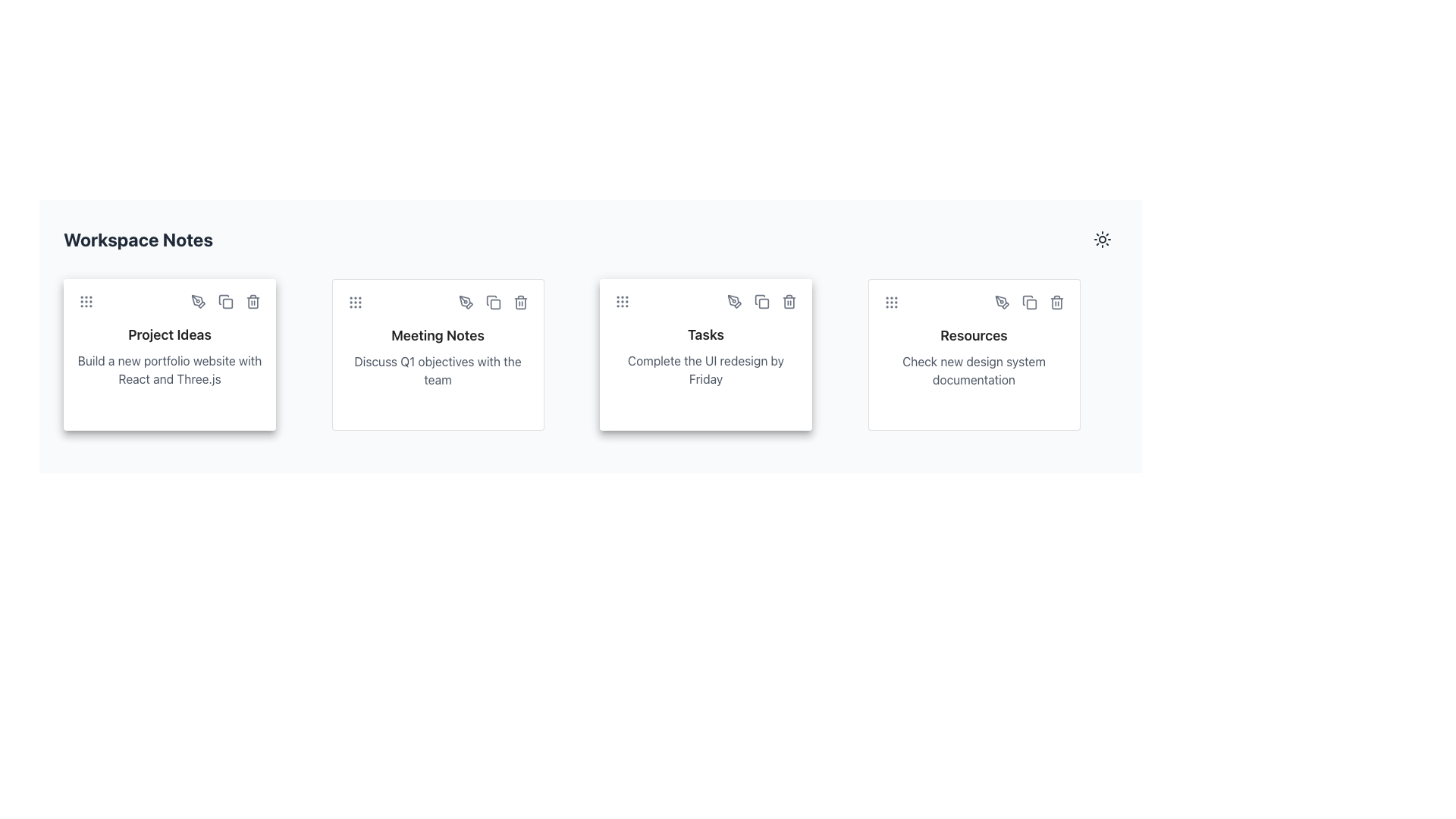 The width and height of the screenshot is (1456, 819). Describe the element at coordinates (1103, 239) in the screenshot. I see `the toggle button located in the top-right corner of the interface to switch between light and dark modes` at that location.